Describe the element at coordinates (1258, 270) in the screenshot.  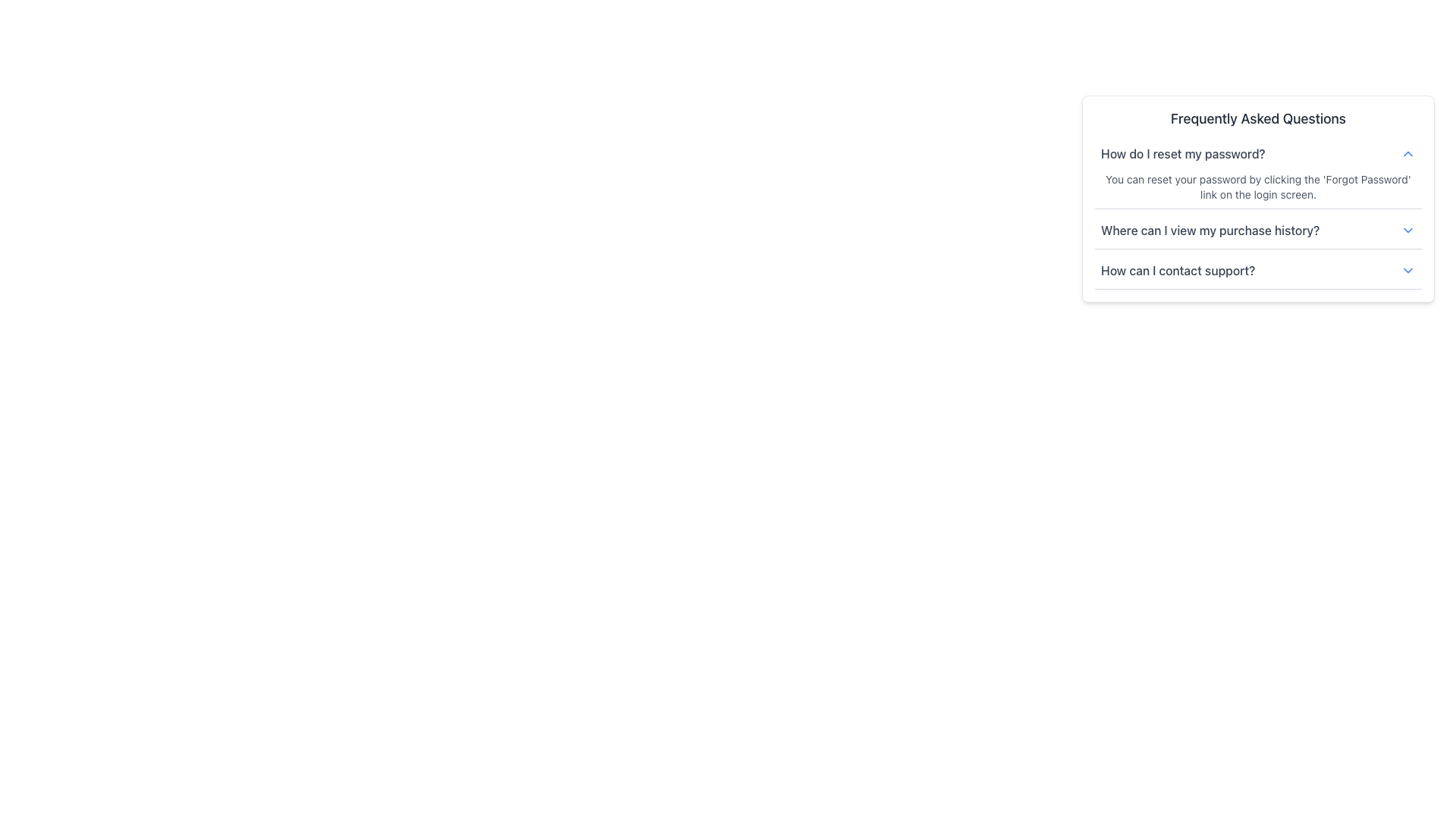
I see `the Interactive FAQ question item stating 'How can I contact support?'` at that location.